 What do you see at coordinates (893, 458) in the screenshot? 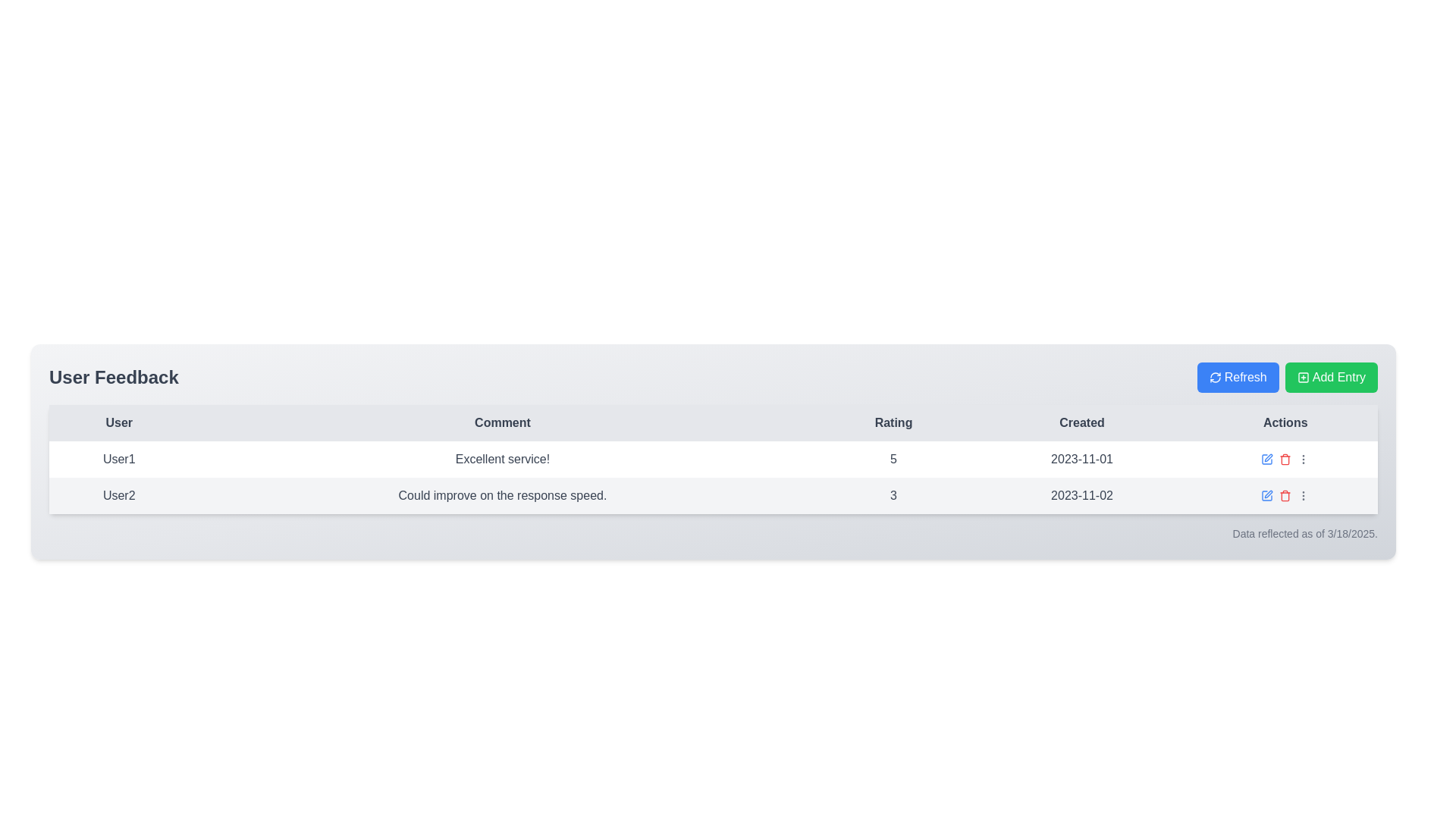
I see `the text label displaying the rating score for 'User1' in the third cell of the first row under the 'Rating' column` at bounding box center [893, 458].